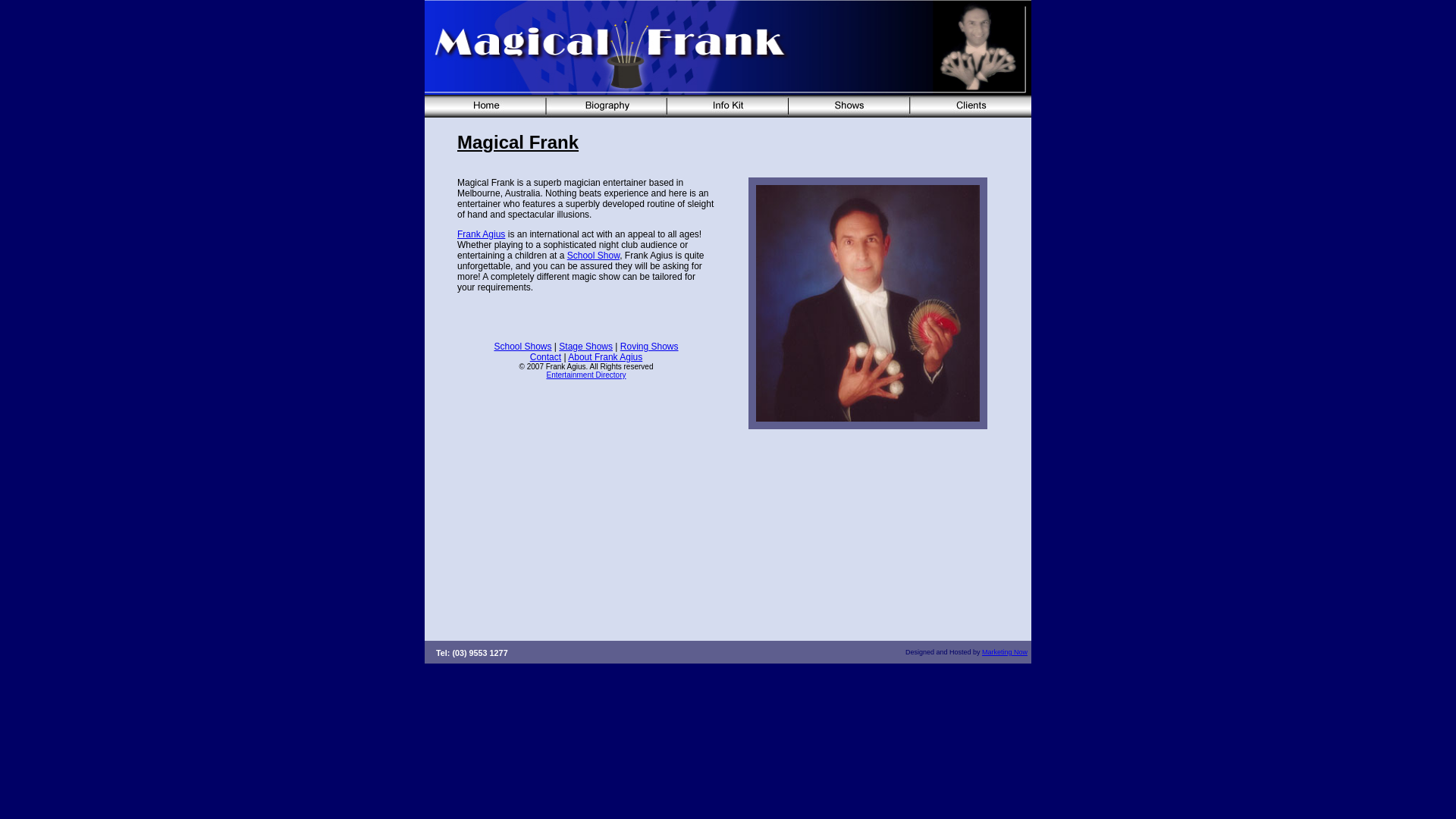 This screenshot has width=1456, height=819. What do you see at coordinates (566, 254) in the screenshot?
I see `'School Show'` at bounding box center [566, 254].